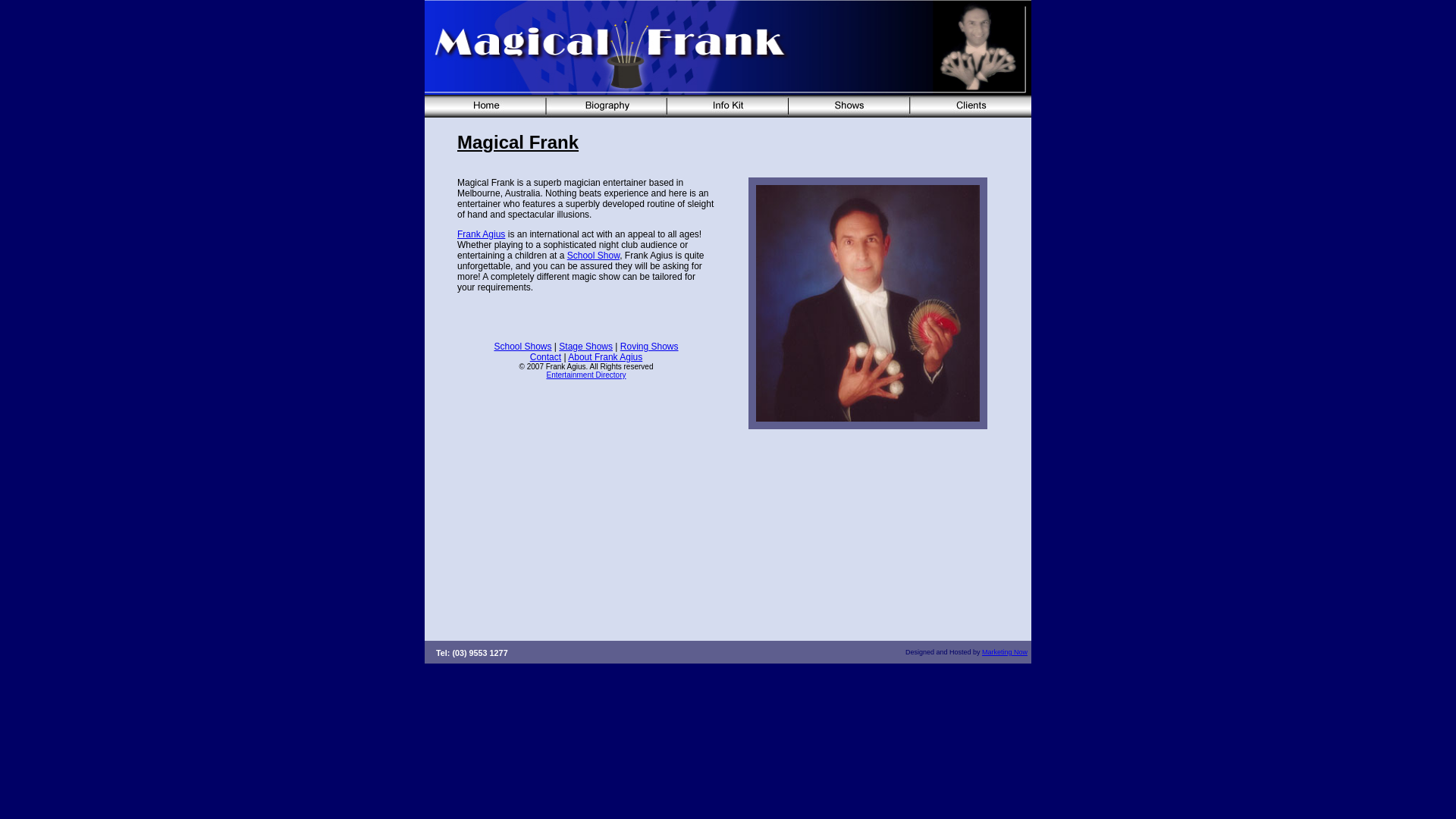 This screenshot has width=1456, height=819. What do you see at coordinates (566, 254) in the screenshot?
I see `'School Show'` at bounding box center [566, 254].